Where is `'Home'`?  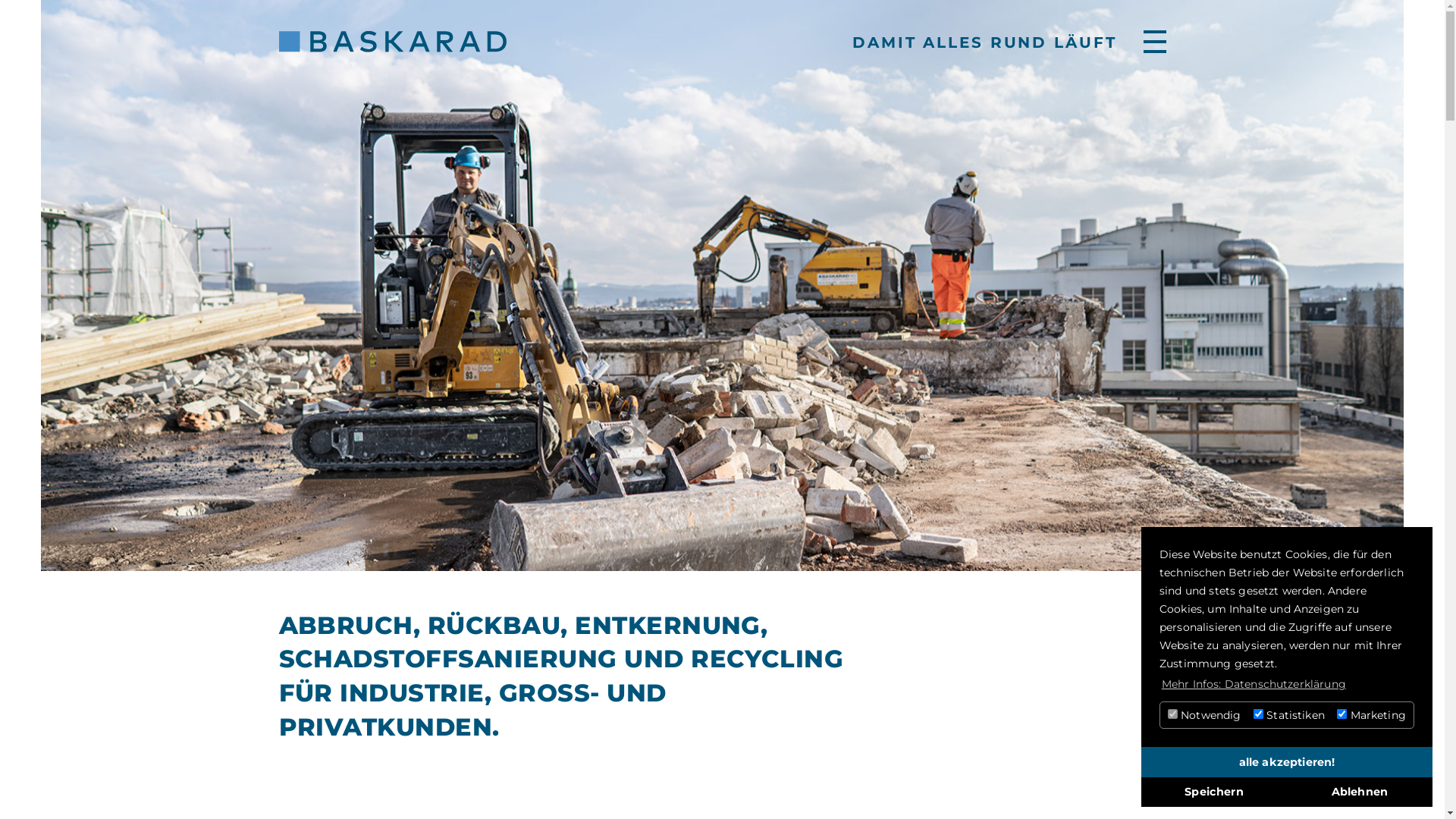
'Home' is located at coordinates (279, 40).